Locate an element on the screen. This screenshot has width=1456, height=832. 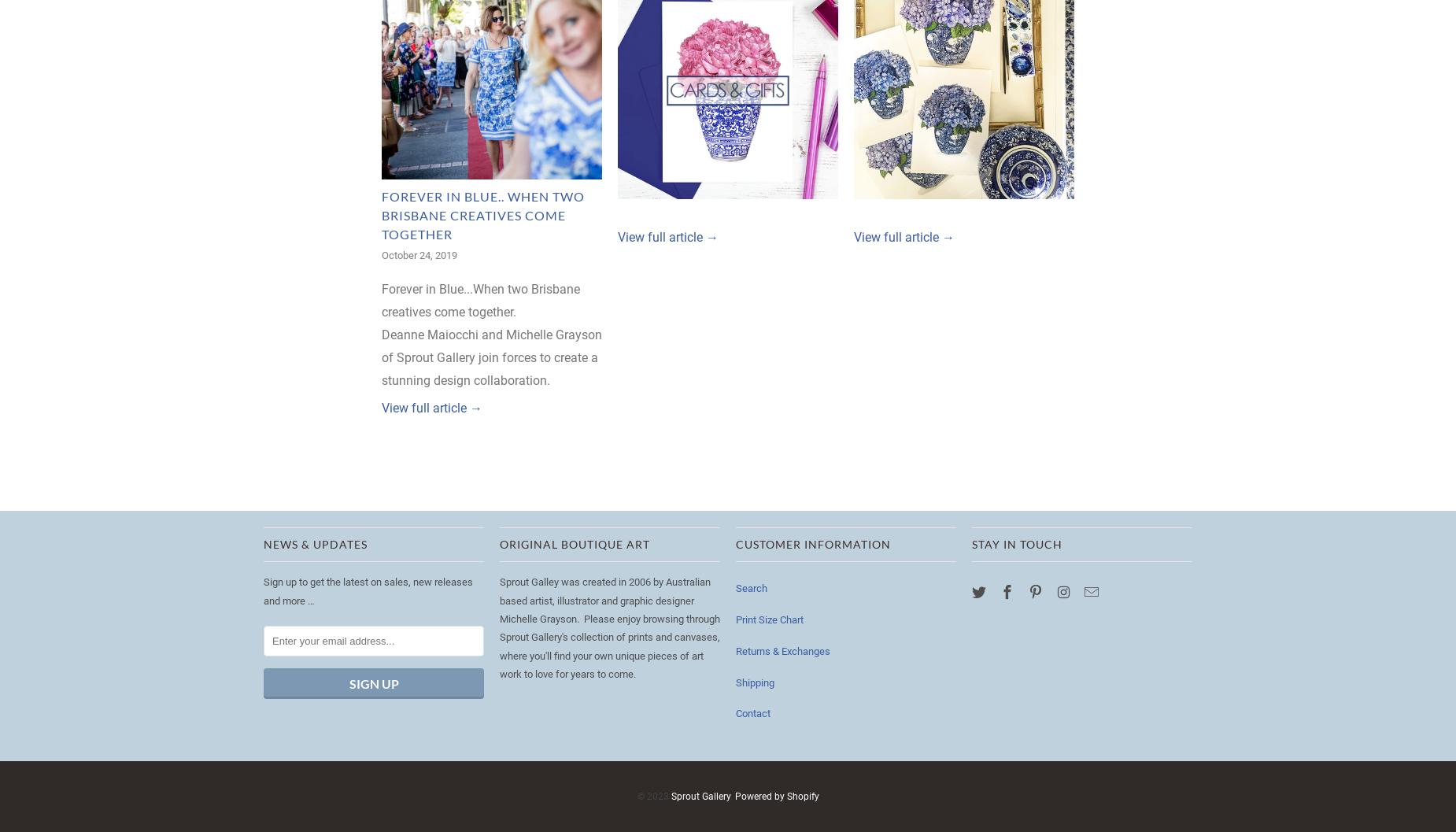
'Sign up to get the latest on sales, new releases and more …' is located at coordinates (368, 590).